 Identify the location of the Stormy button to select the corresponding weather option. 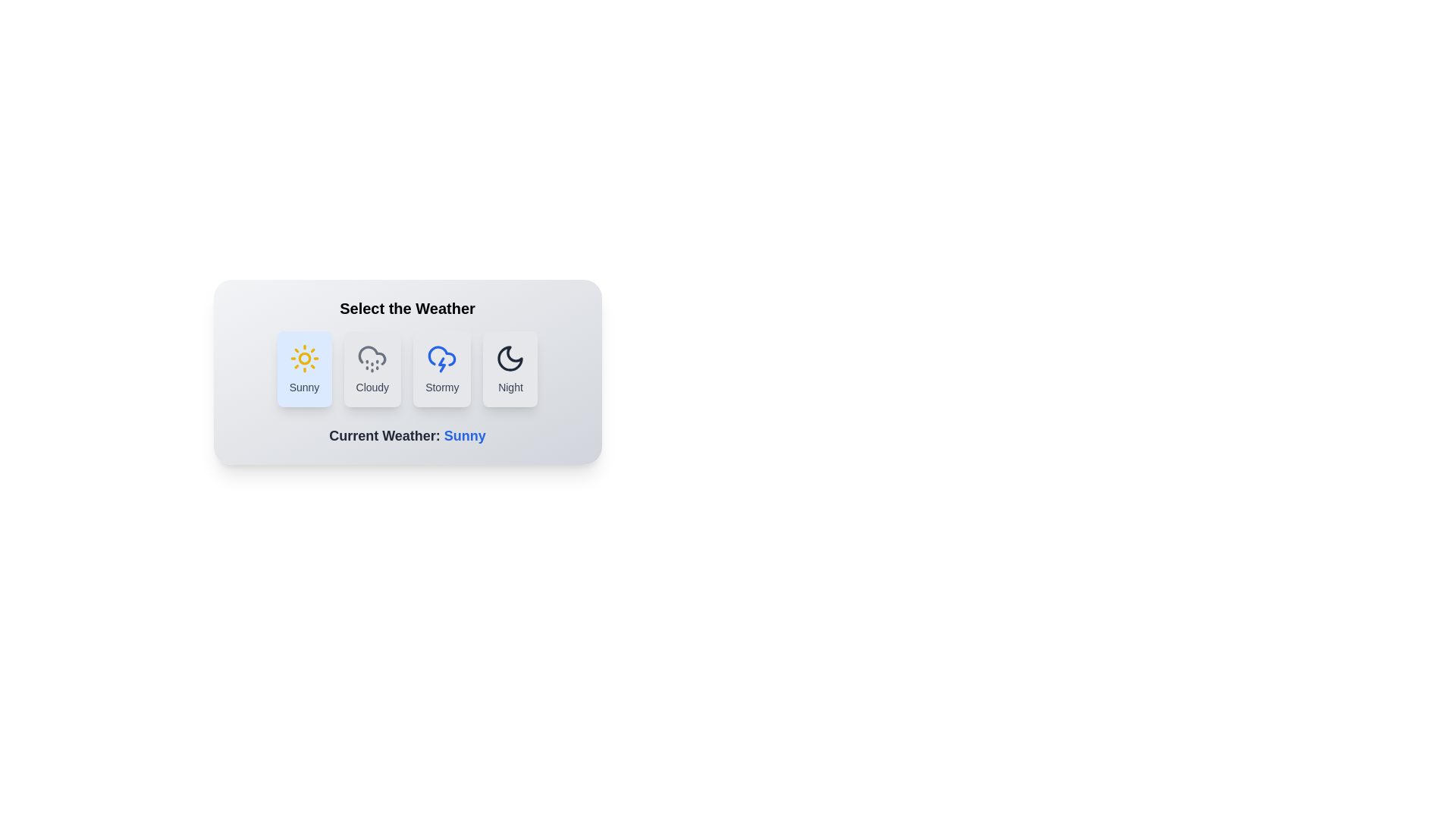
(441, 369).